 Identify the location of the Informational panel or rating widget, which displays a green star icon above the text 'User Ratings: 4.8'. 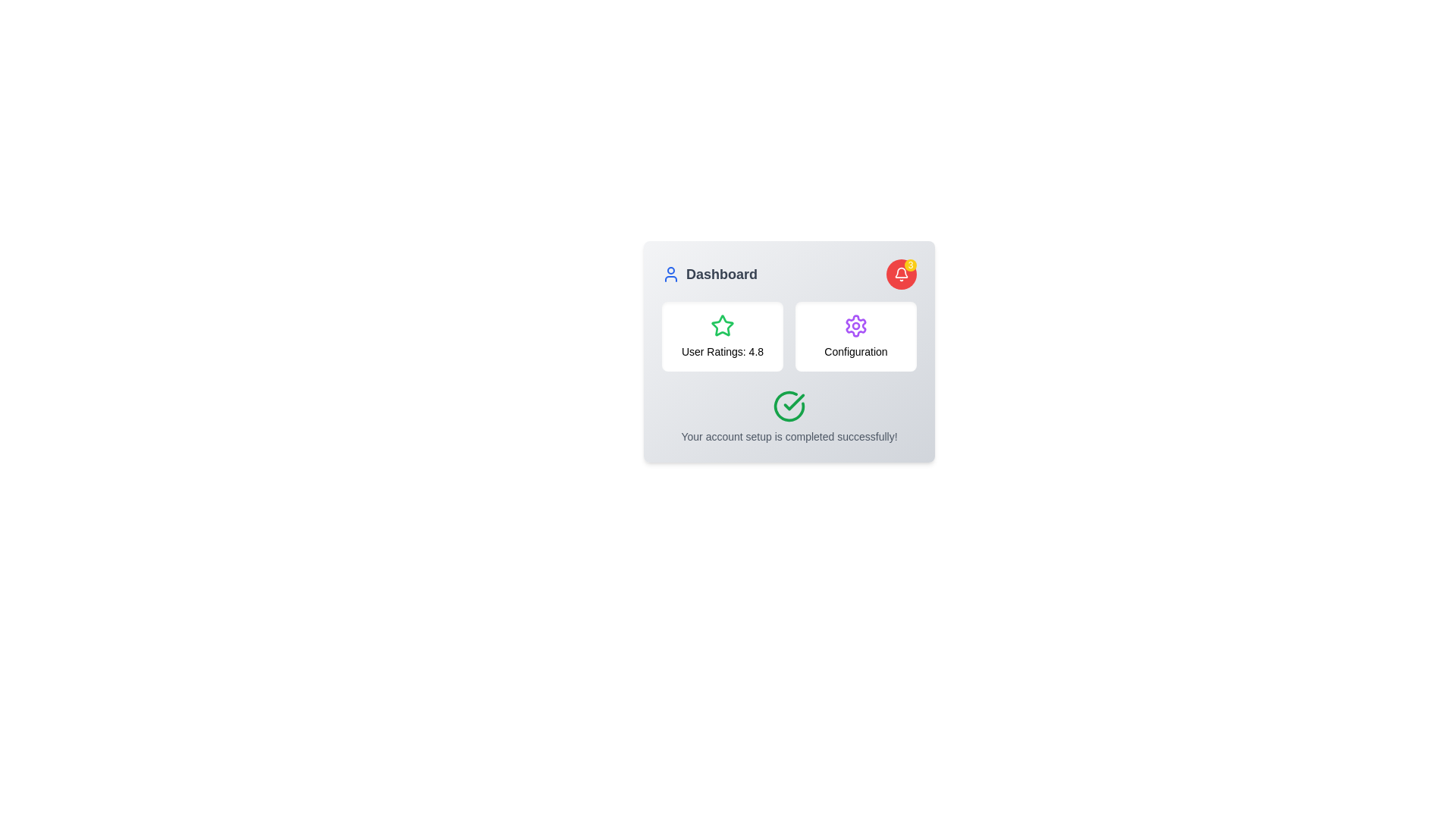
(722, 335).